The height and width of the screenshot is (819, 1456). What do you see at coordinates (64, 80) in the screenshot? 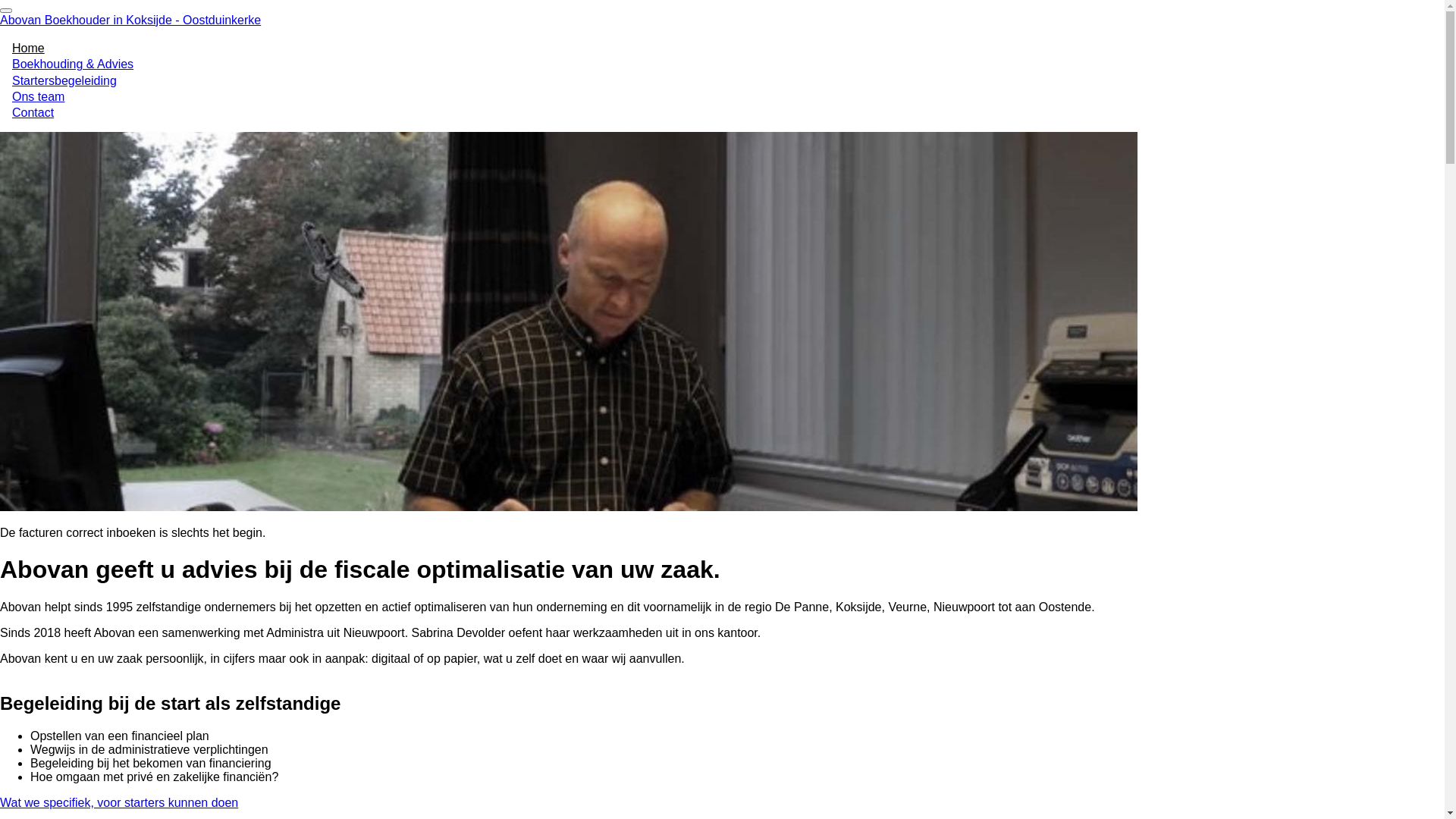
I see `'Startersbegeleiding'` at bounding box center [64, 80].